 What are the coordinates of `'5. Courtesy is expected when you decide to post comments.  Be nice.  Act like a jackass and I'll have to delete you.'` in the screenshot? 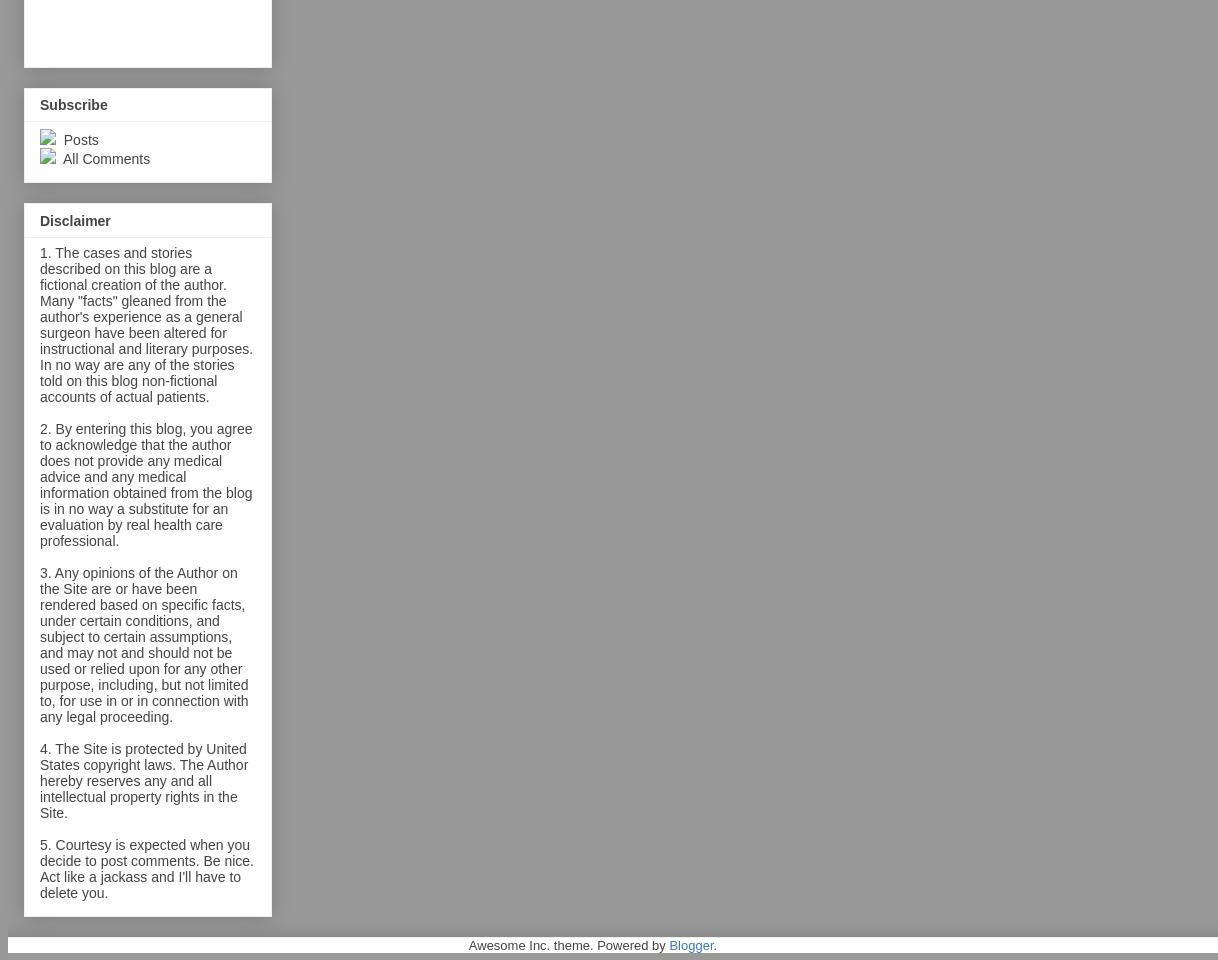 It's located at (146, 867).